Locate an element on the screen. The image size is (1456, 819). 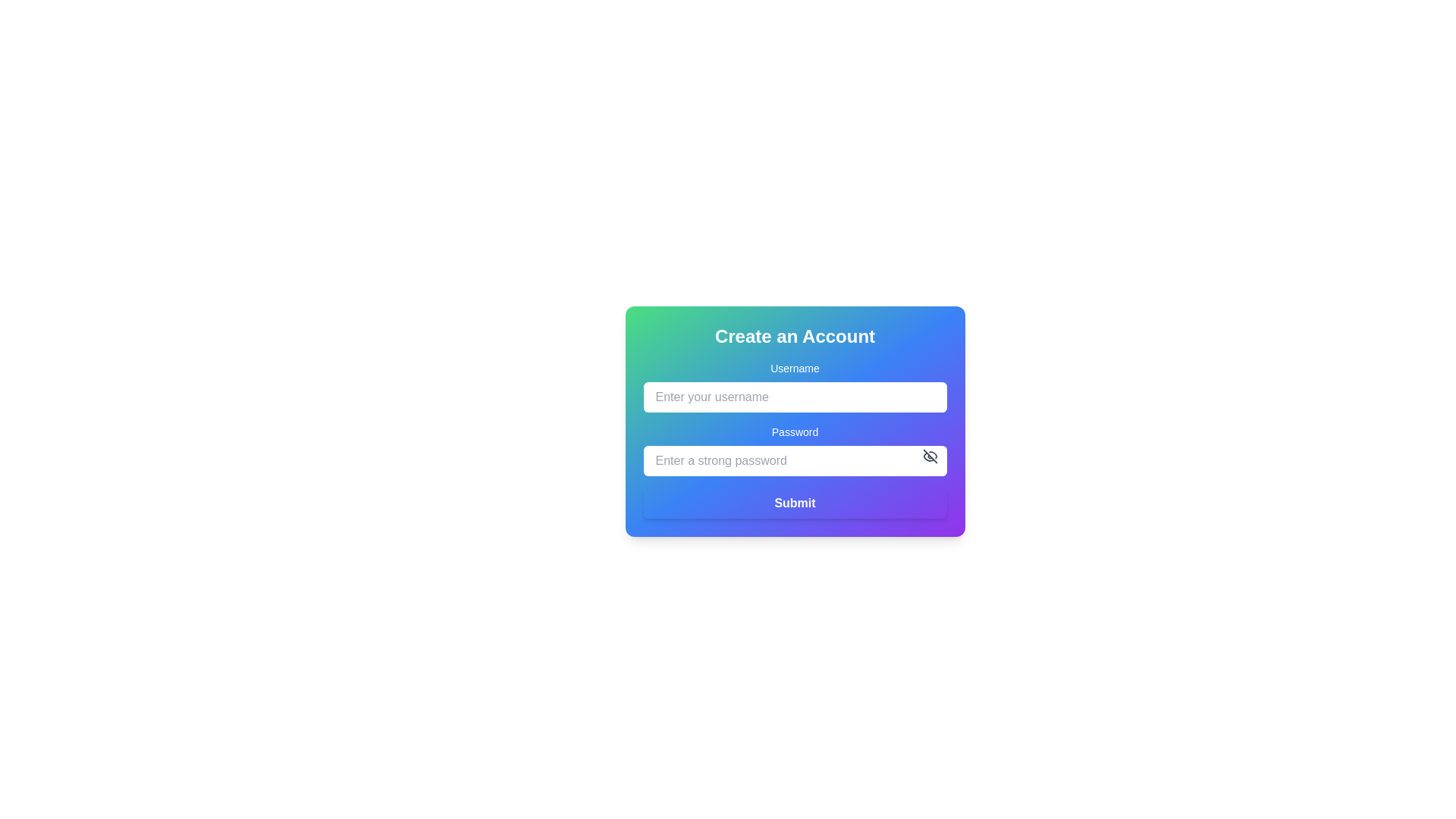
the 'Password' label, which is a small text label in white font on a multicolored gradient background, located above the password input field in the 'Create an Account' form is located at coordinates (794, 432).